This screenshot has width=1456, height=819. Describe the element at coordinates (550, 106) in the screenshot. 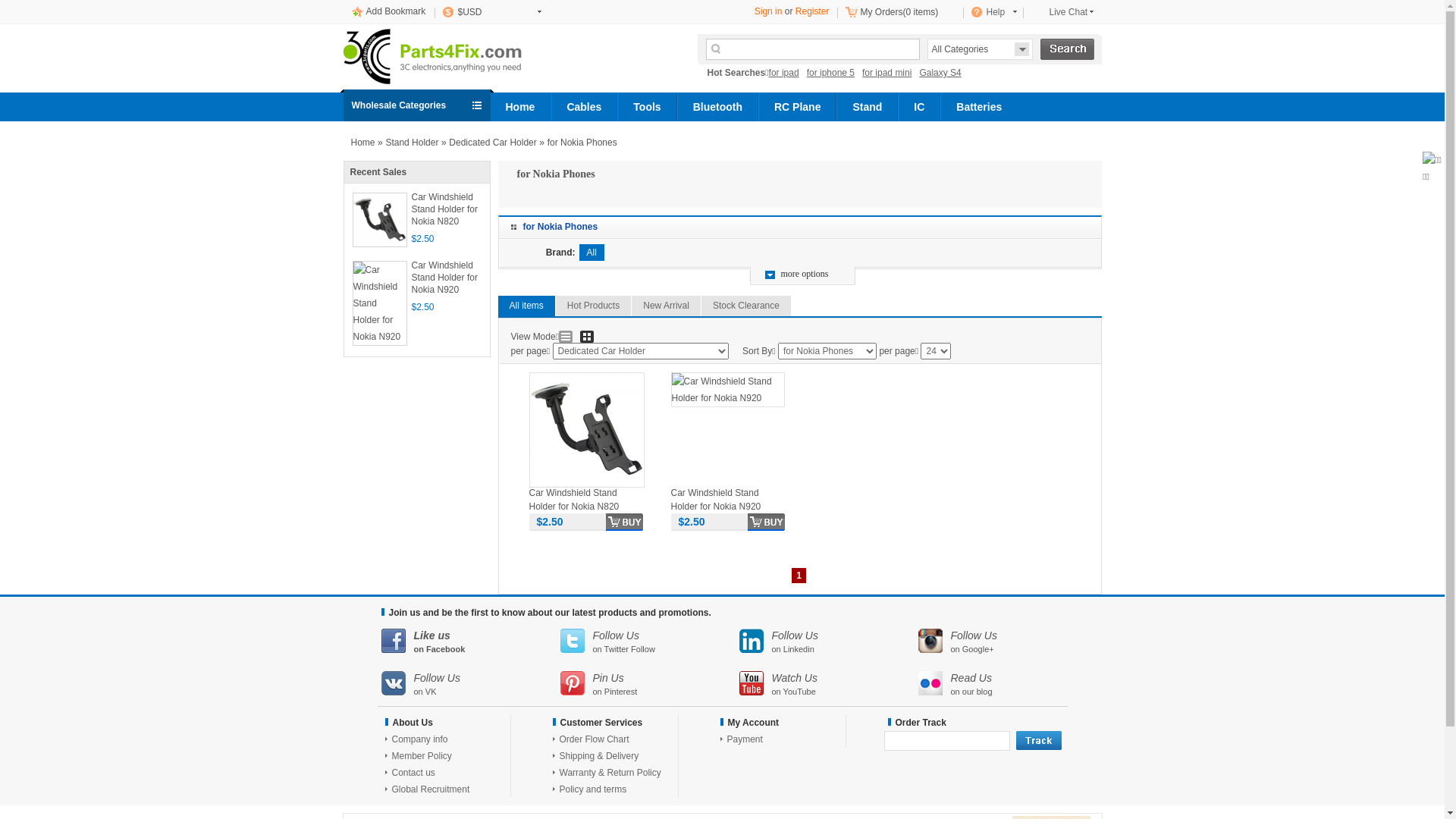

I see `'Cables'` at that location.